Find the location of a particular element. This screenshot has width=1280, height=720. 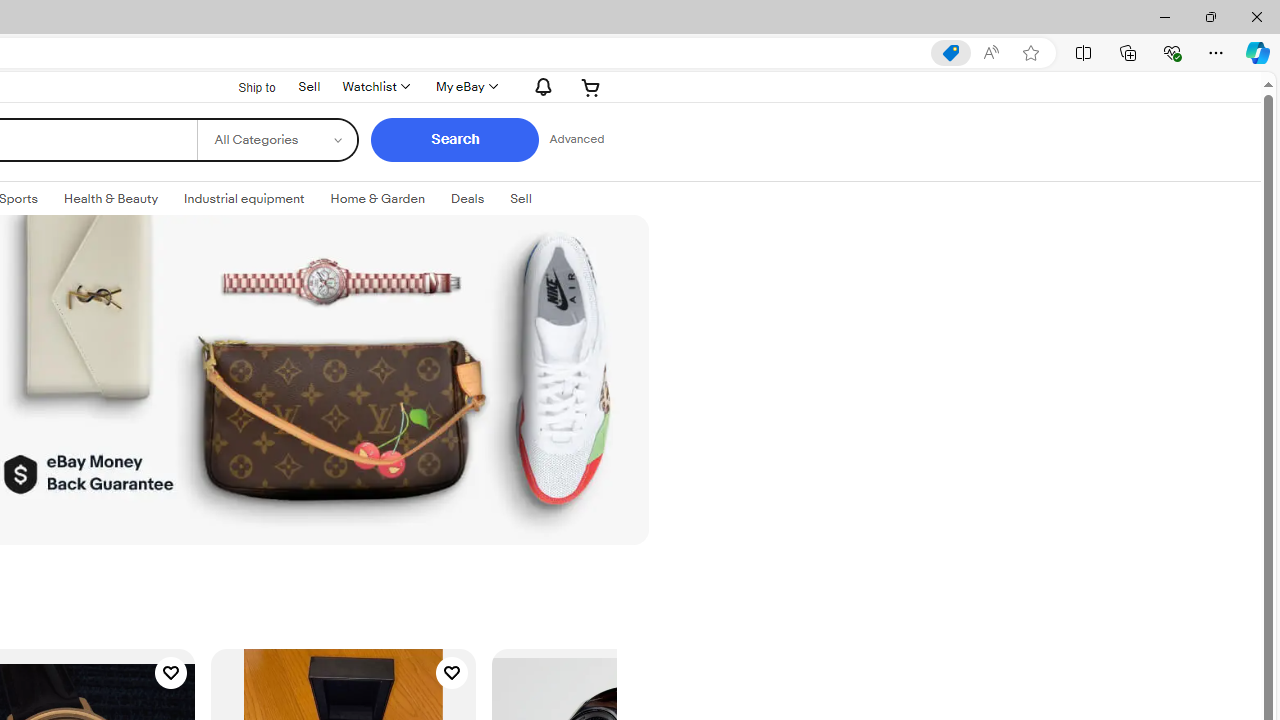

'Class: vl-flyout-nav__js-tab vl-flyout-nav__no-sub' is located at coordinates (466, 199).